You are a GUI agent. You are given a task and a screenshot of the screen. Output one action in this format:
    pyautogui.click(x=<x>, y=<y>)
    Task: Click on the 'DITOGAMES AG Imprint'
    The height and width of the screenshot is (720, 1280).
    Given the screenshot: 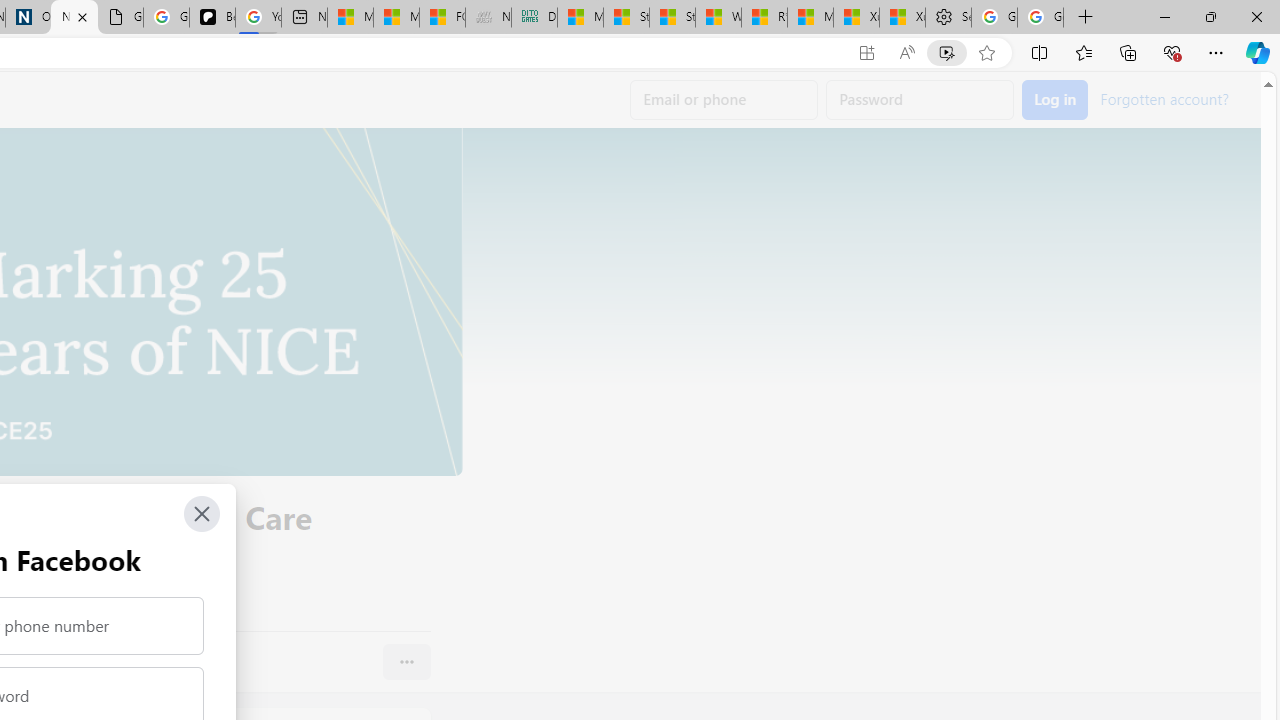 What is the action you would take?
    pyautogui.click(x=534, y=17)
    